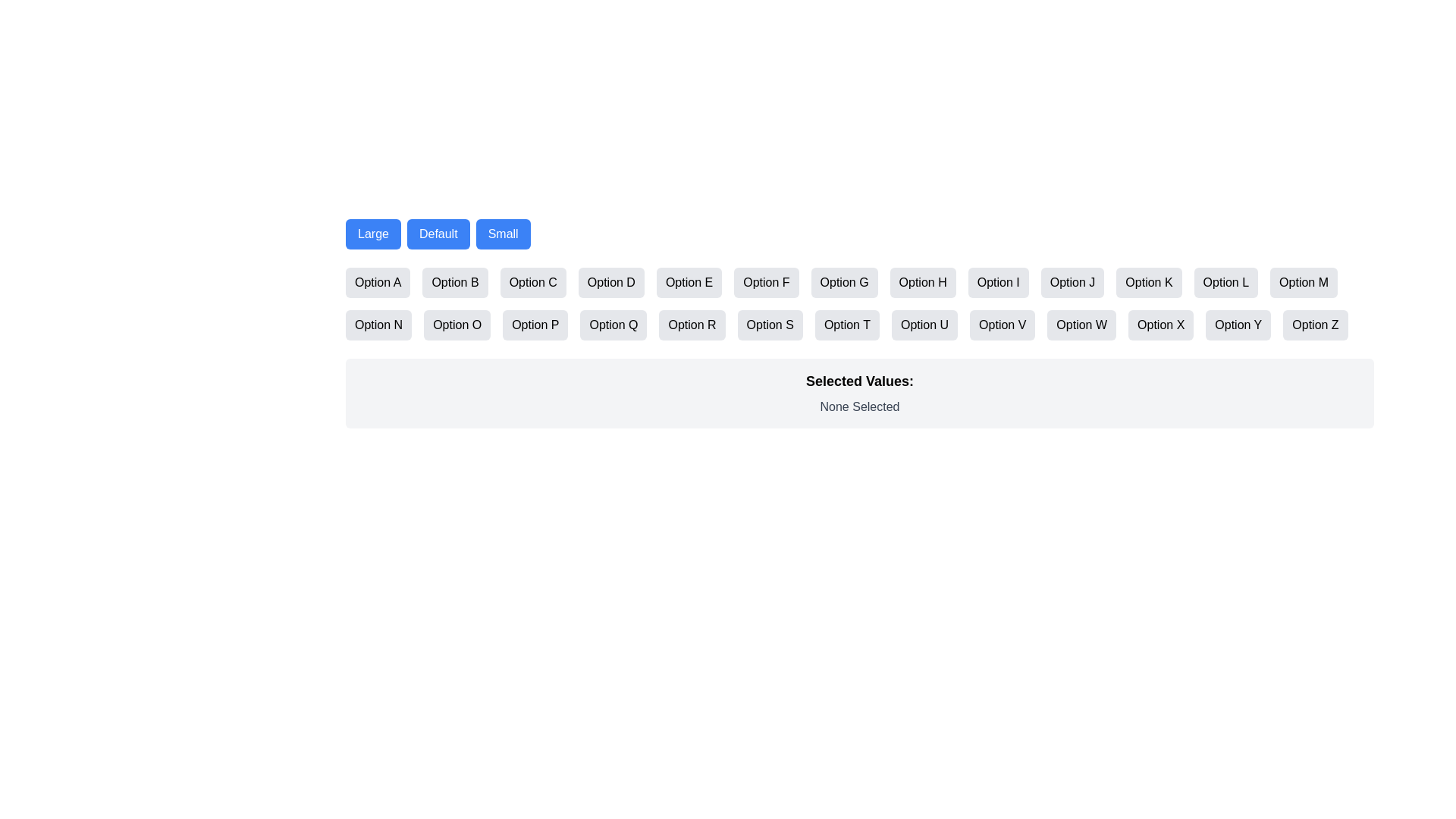 Image resolution: width=1456 pixels, height=819 pixels. I want to click on the button labeled 'Option H', which is the eighth button from the left in the first row of a grid layout, so click(922, 283).